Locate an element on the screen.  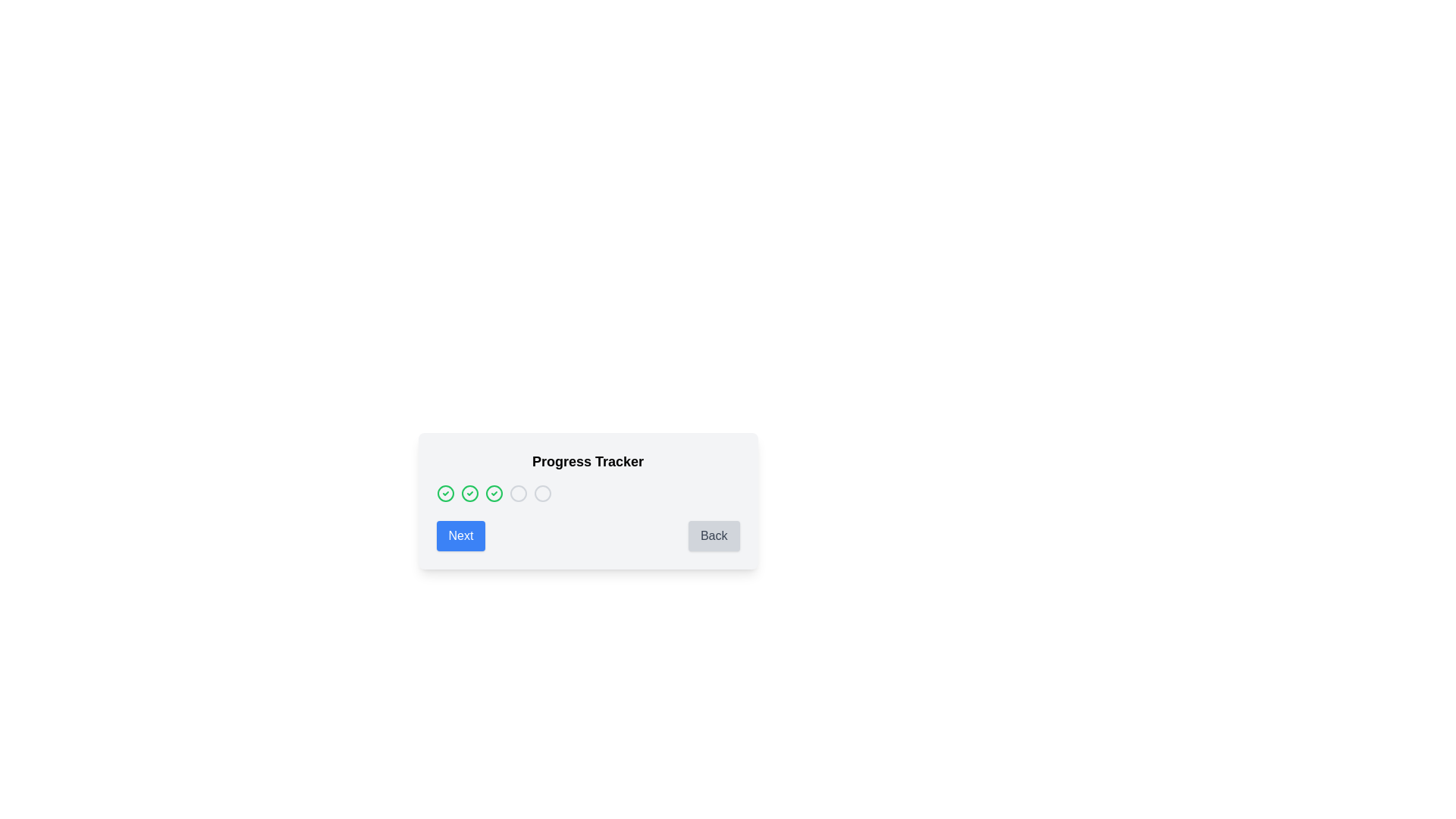
the circular icon with green borders and a green checkmark, which is the third in a horizontal list of four circular progress indicators is located at coordinates (494, 494).